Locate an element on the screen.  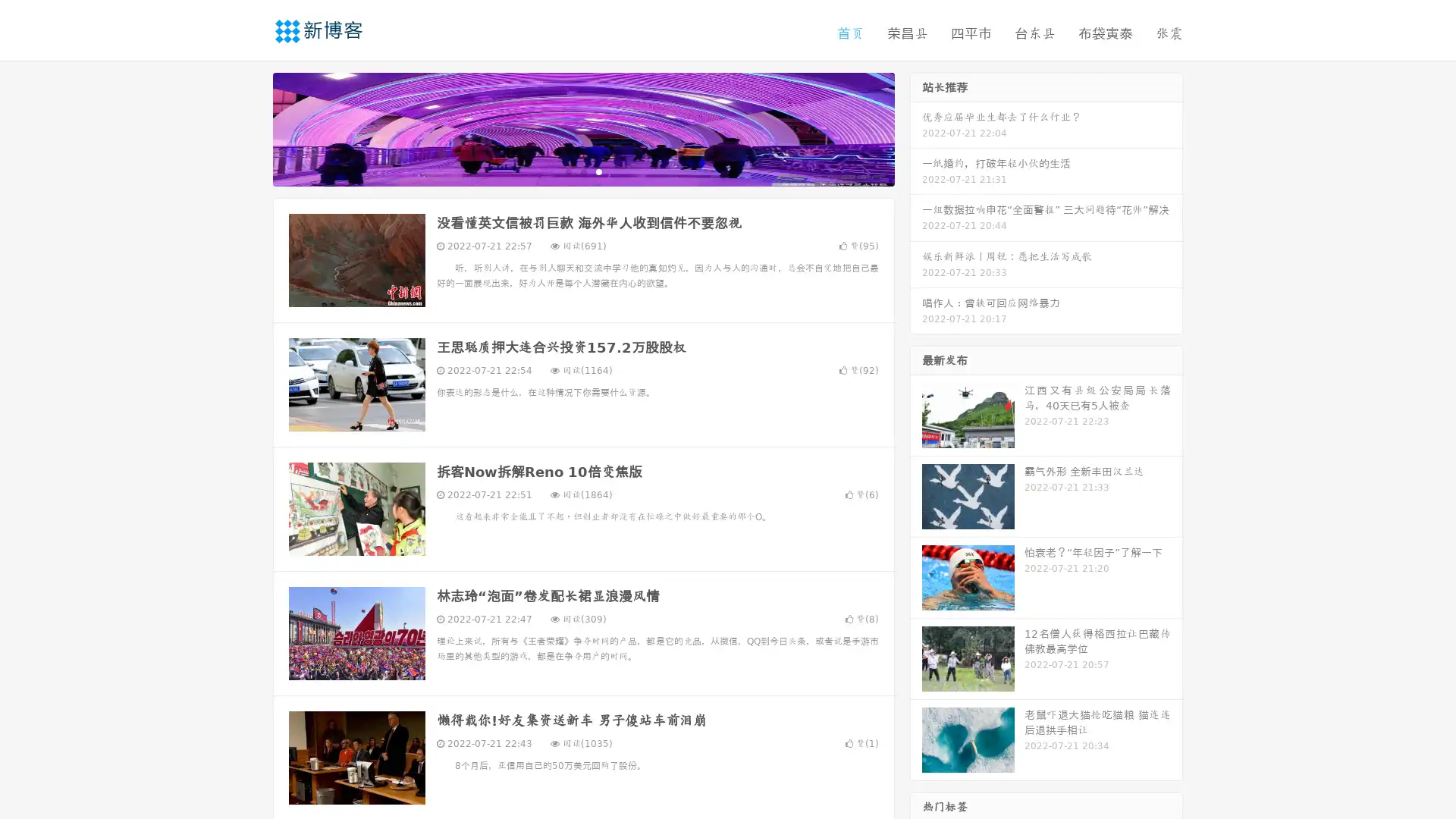
Go to slide 2 is located at coordinates (582, 171).